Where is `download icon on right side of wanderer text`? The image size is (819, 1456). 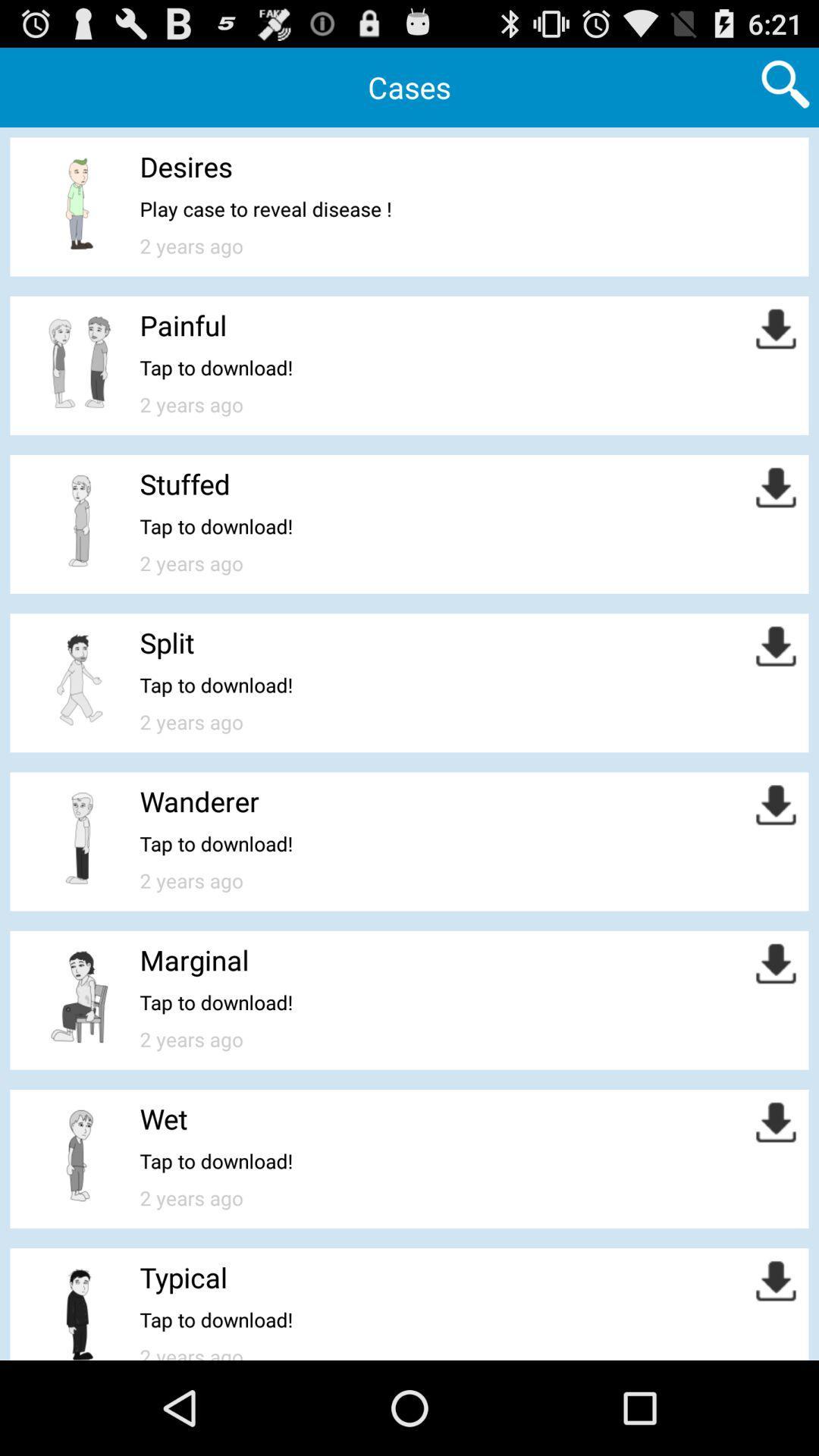 download icon on right side of wanderer text is located at coordinates (776, 804).